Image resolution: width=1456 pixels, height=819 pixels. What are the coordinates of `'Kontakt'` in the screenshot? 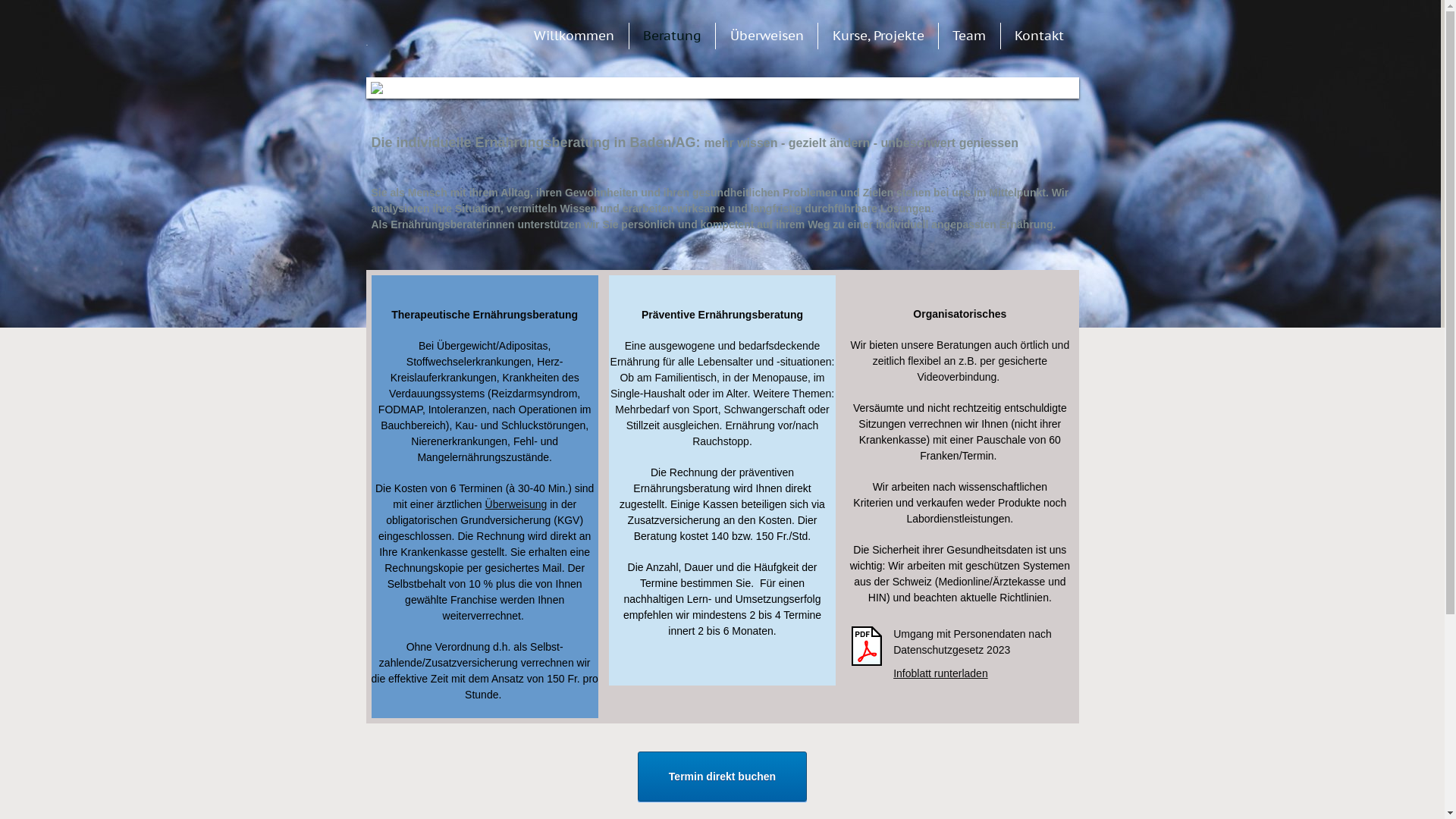 It's located at (1038, 34).